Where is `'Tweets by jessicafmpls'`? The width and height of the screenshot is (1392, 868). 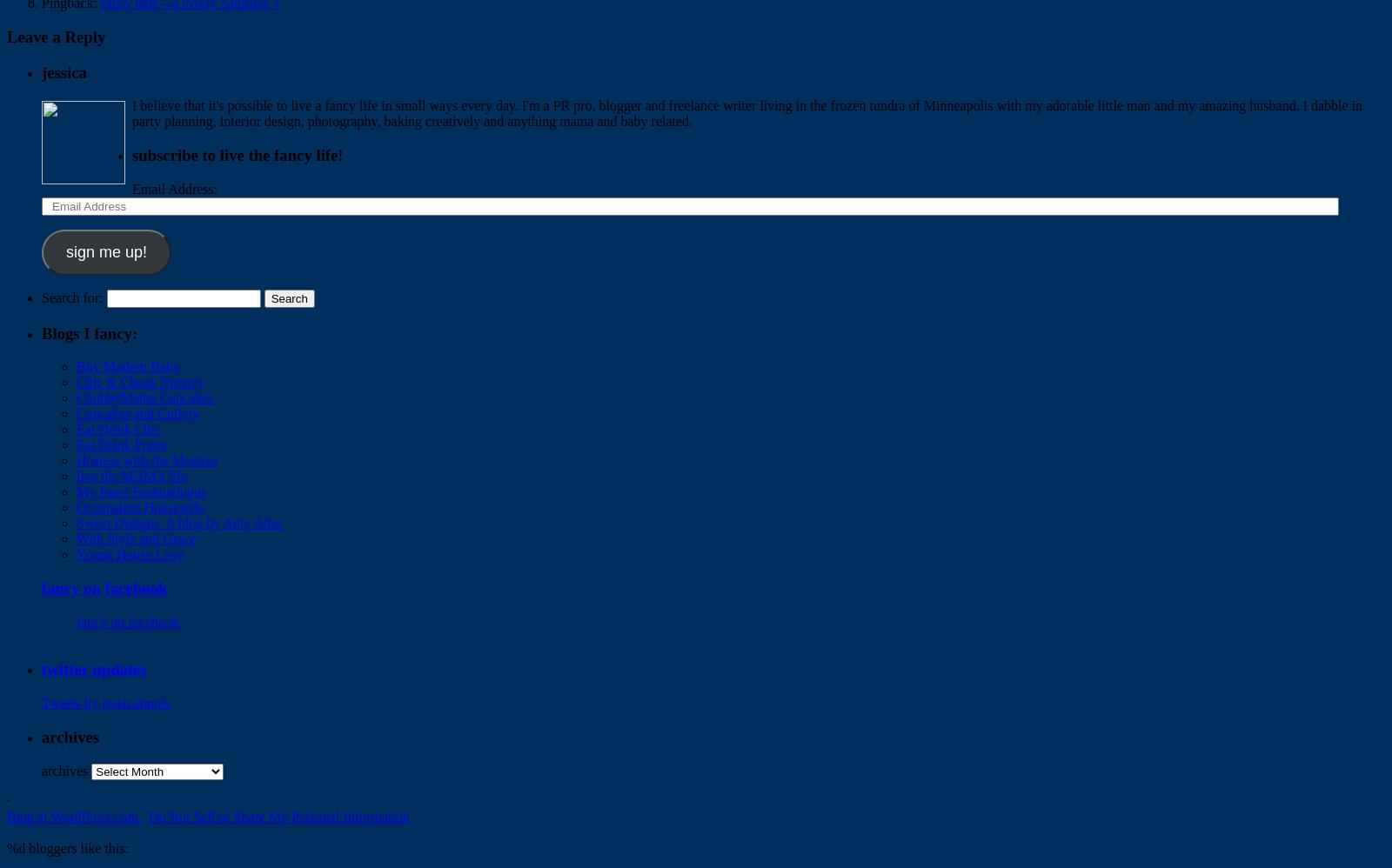
'Tweets by jessicafmpls' is located at coordinates (104, 703).